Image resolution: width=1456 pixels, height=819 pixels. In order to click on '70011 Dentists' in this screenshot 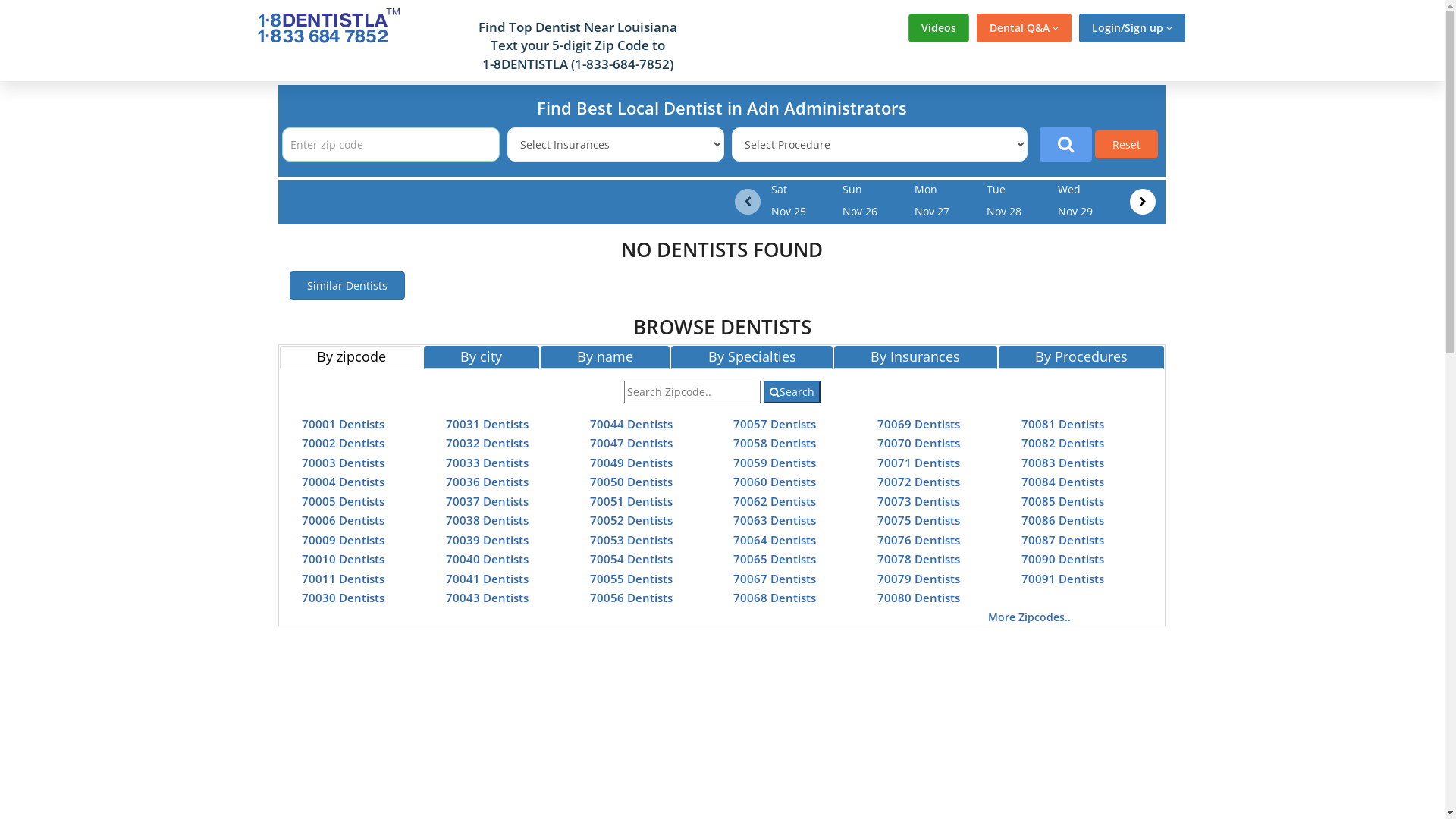, I will do `click(342, 578)`.